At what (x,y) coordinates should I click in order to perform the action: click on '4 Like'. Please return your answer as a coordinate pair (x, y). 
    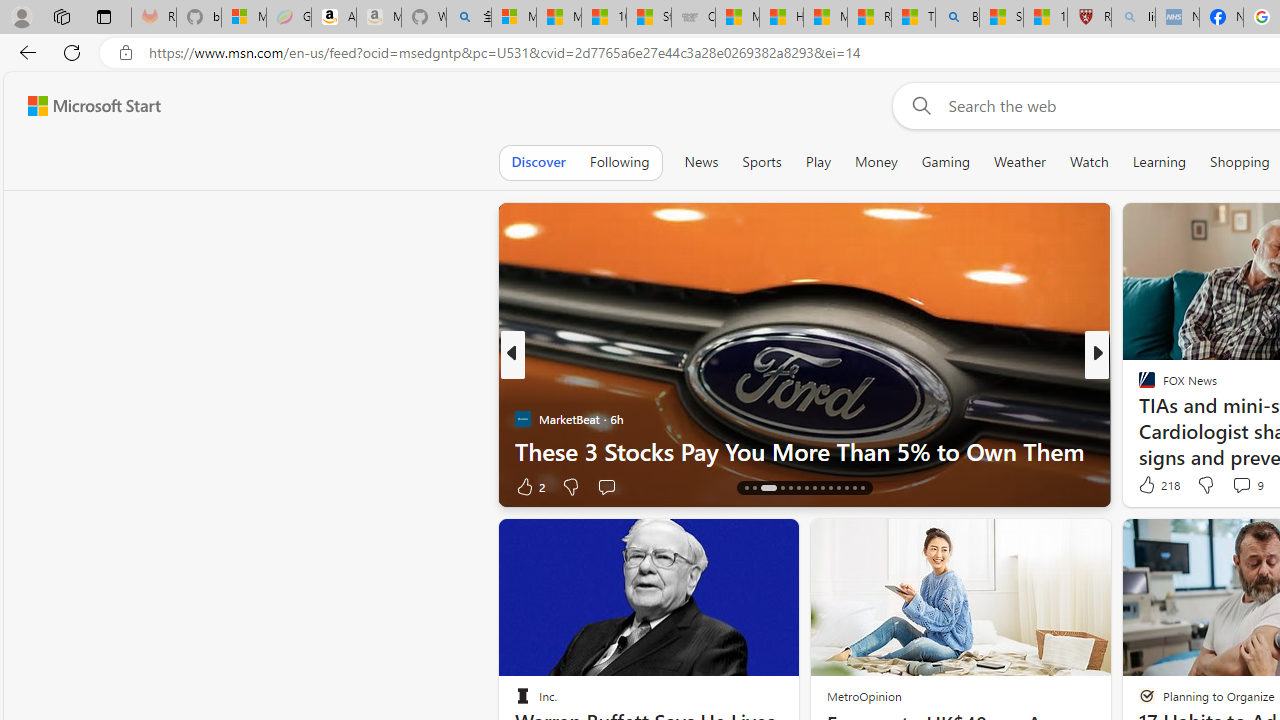
    Looking at the image, I should click on (1145, 486).